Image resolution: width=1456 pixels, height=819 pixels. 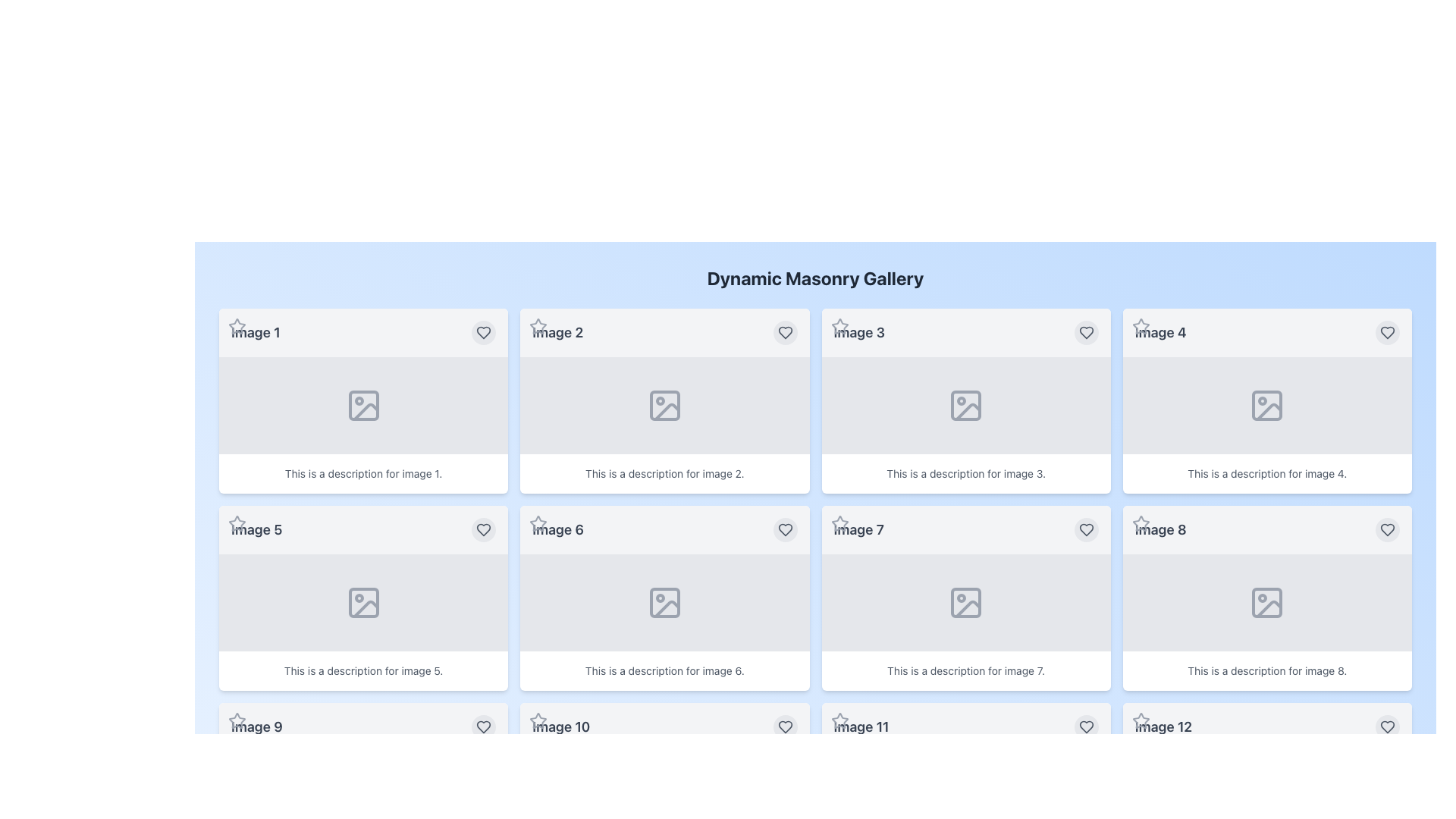 What do you see at coordinates (483, 726) in the screenshot?
I see `the 'like' or 'favorite' icon located at the bottom right corner of the card for 'Image 9'` at bounding box center [483, 726].